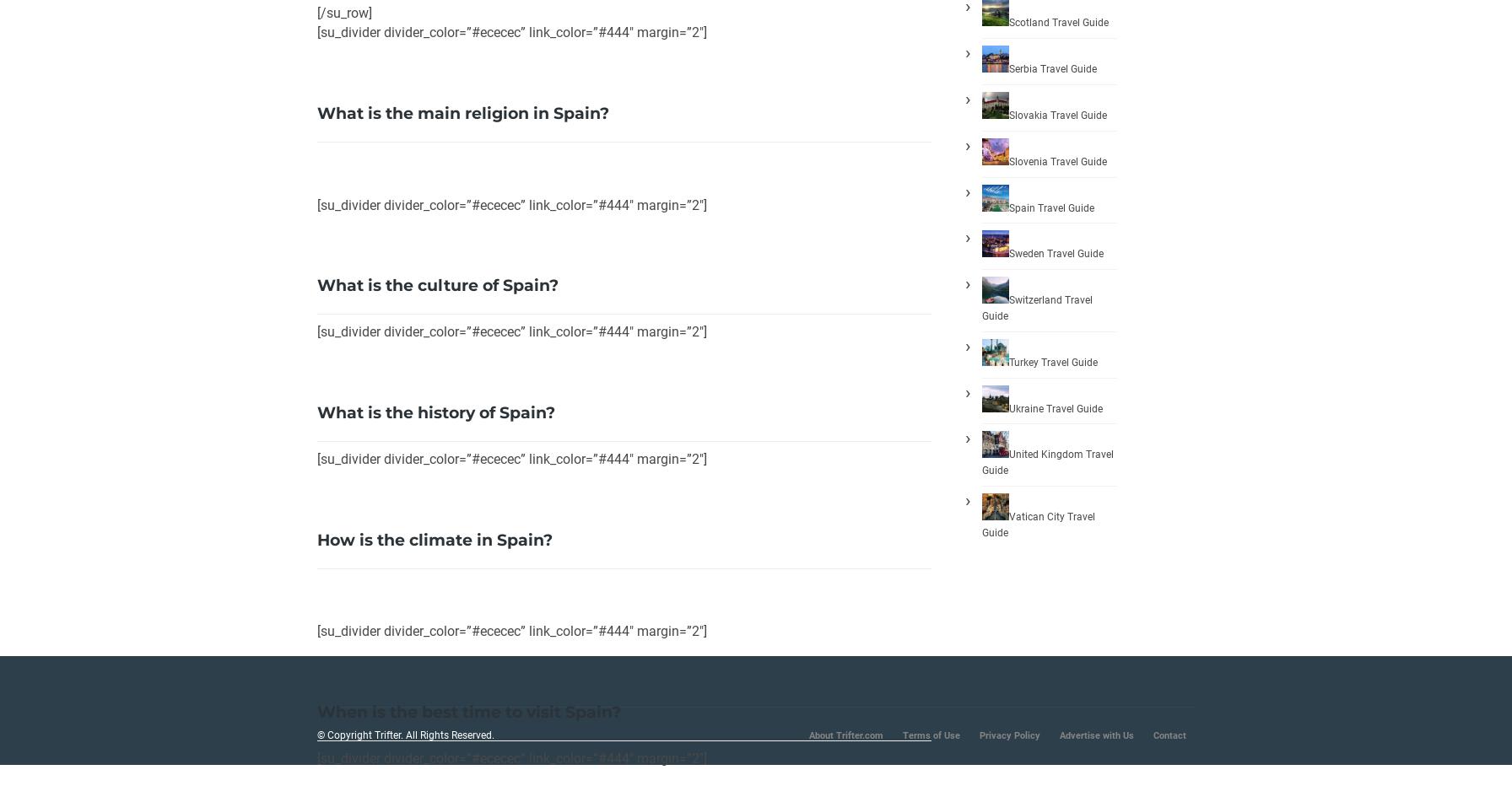 The height and width of the screenshot is (802, 1512). I want to click on 'Ukraine Travel Guide', so click(1056, 406).